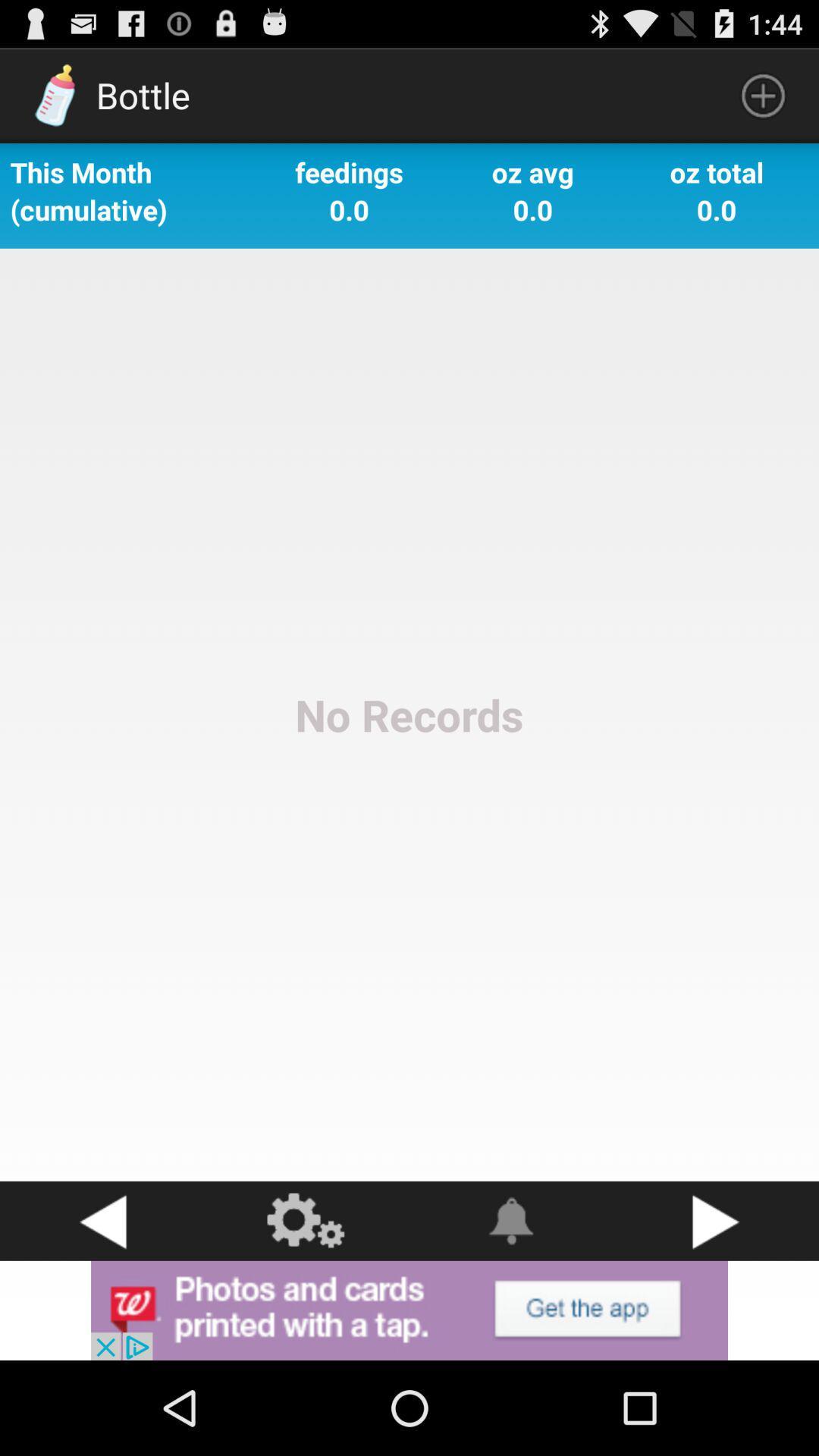  Describe the element at coordinates (307, 1221) in the screenshot. I see `settings` at that location.